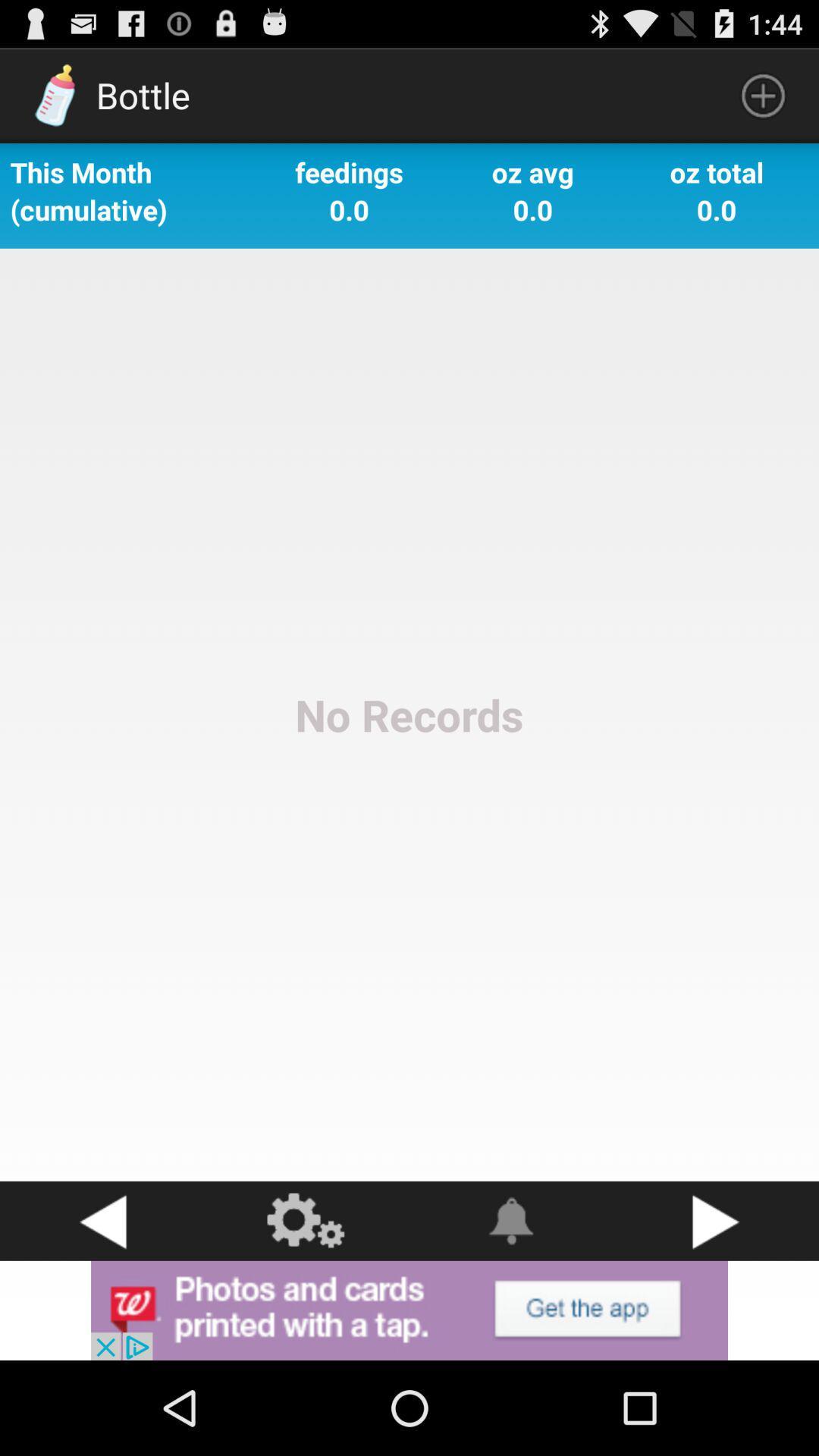  Describe the element at coordinates (307, 1221) in the screenshot. I see `settings` at that location.